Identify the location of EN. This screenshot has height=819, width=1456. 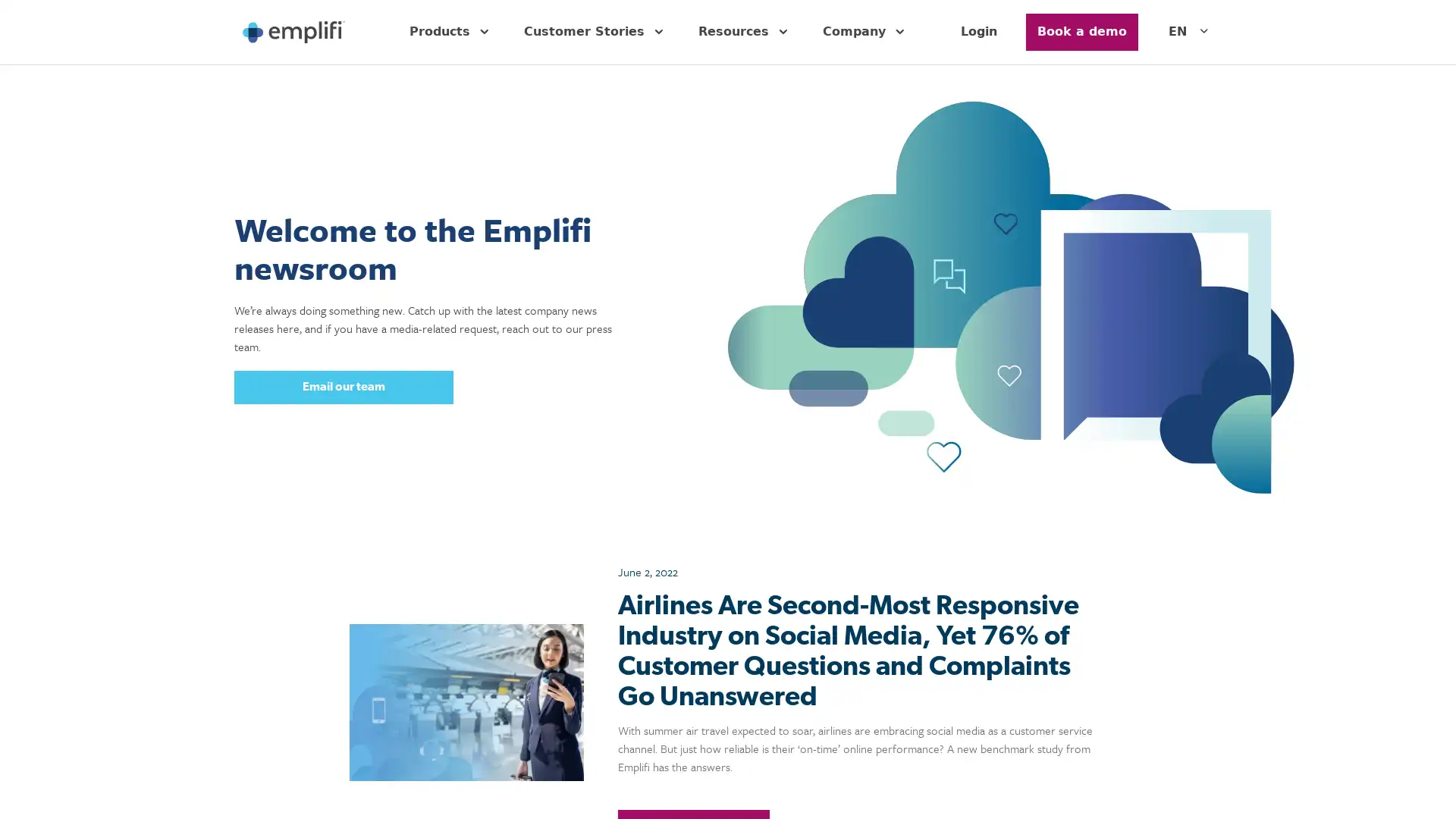
(1190, 32).